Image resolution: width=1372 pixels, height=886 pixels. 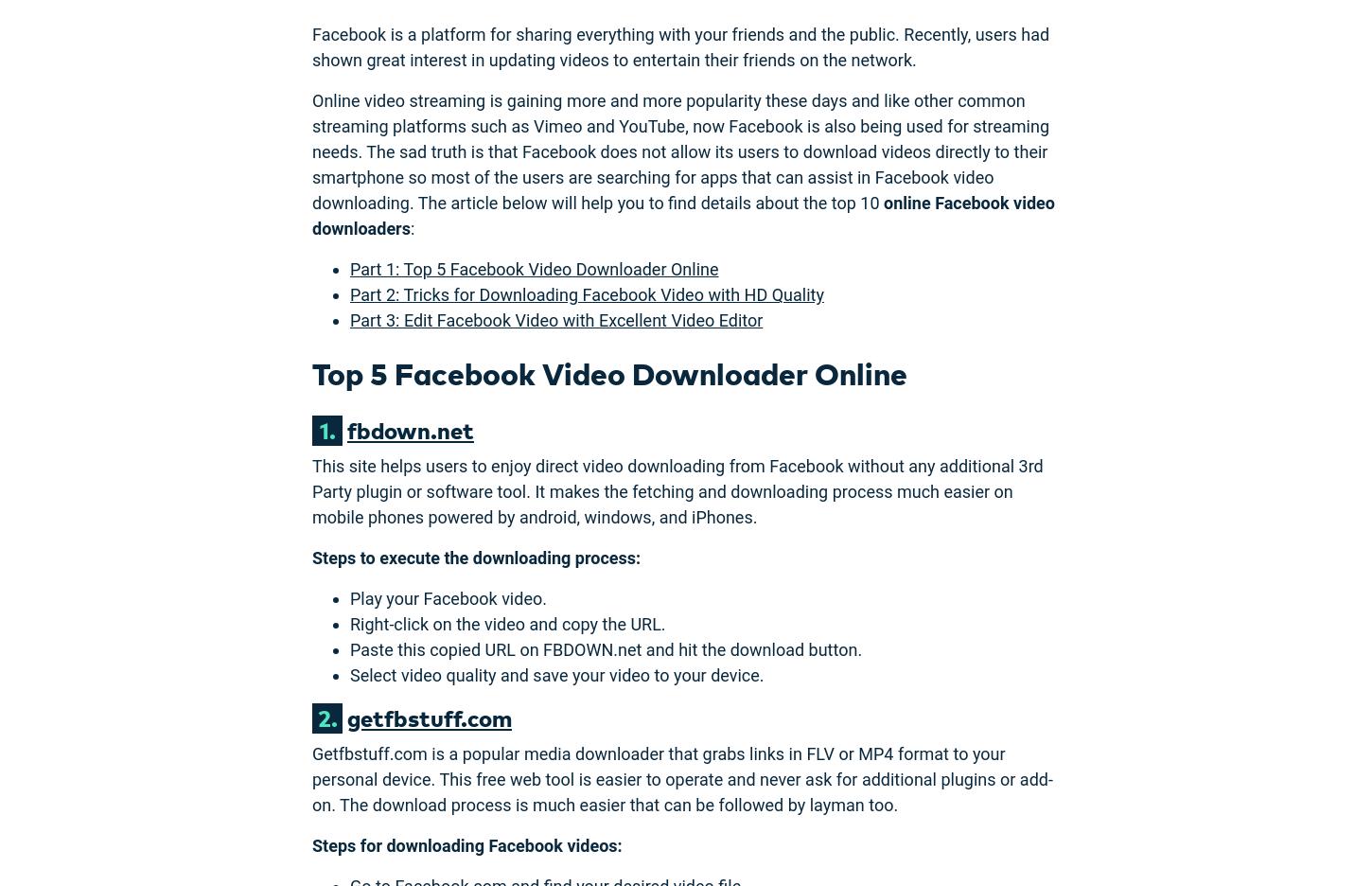 I want to click on 'Part 2: Tricks for Downloading Facebook Video with HD Quality', so click(x=586, y=294).